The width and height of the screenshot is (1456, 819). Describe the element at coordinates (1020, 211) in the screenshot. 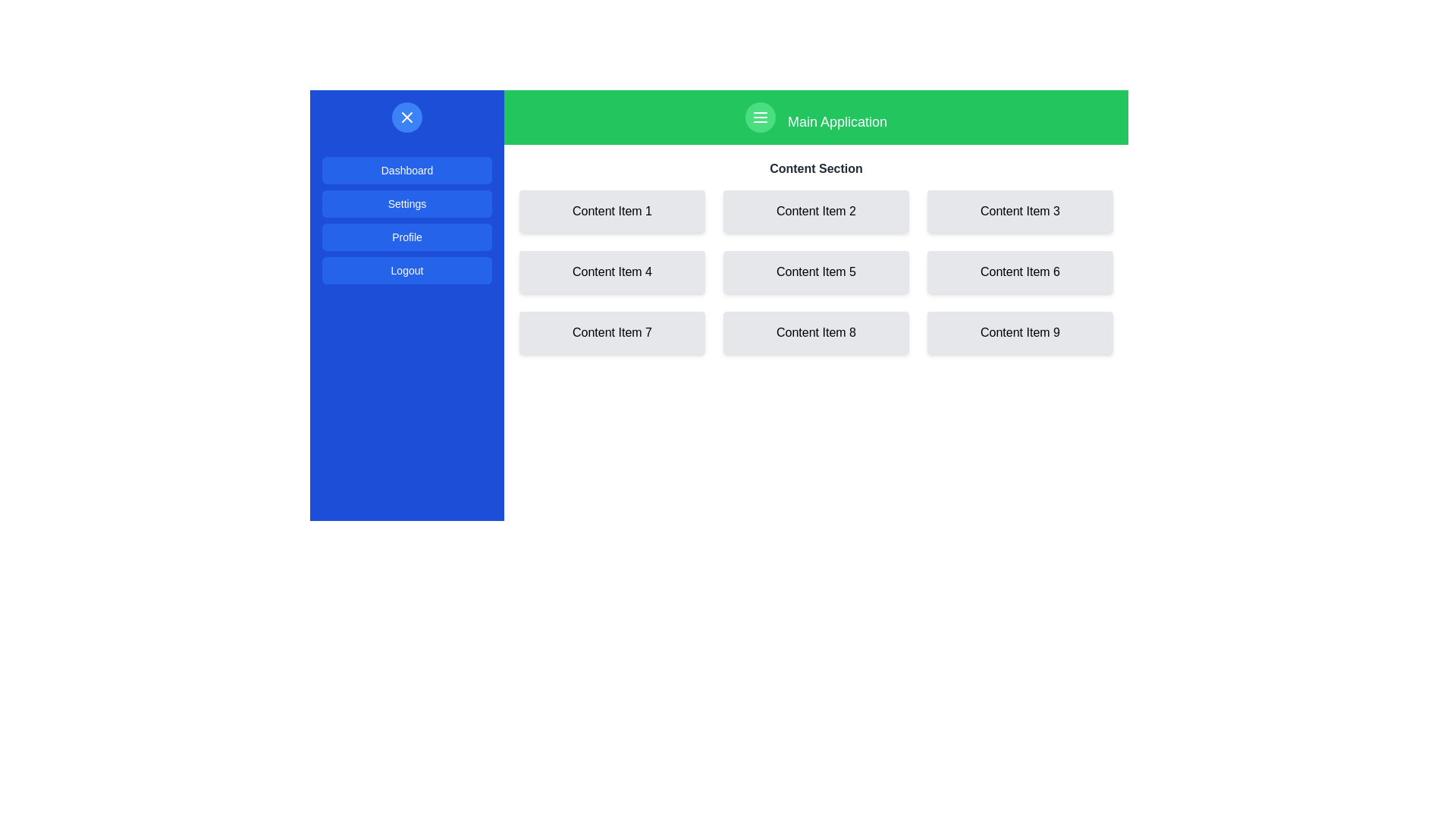

I see `the non-interactive button-like text label displaying 'Content Item 3' which has a light grey background and rounded corners, located in the first row and third column of the grid layout` at that location.